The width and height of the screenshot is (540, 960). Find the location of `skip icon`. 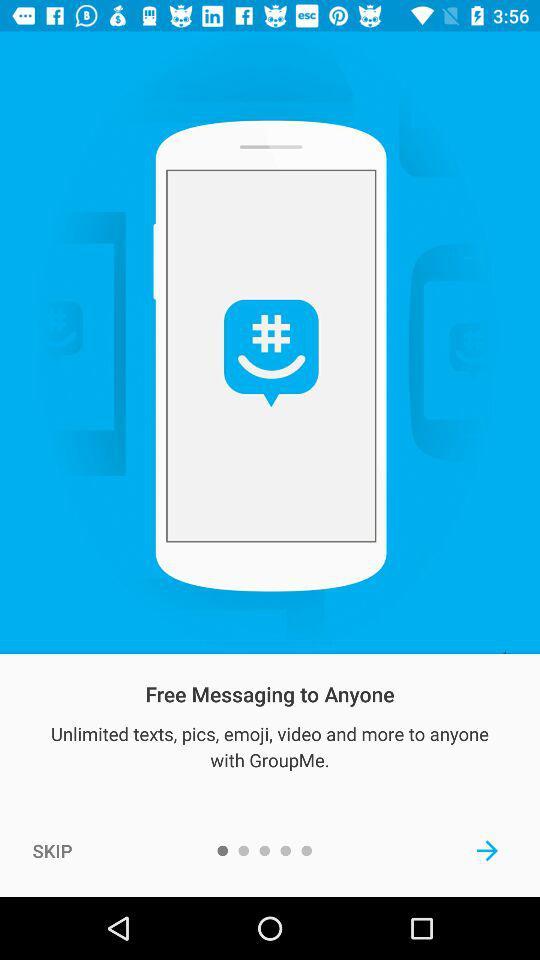

skip icon is located at coordinates (52, 849).